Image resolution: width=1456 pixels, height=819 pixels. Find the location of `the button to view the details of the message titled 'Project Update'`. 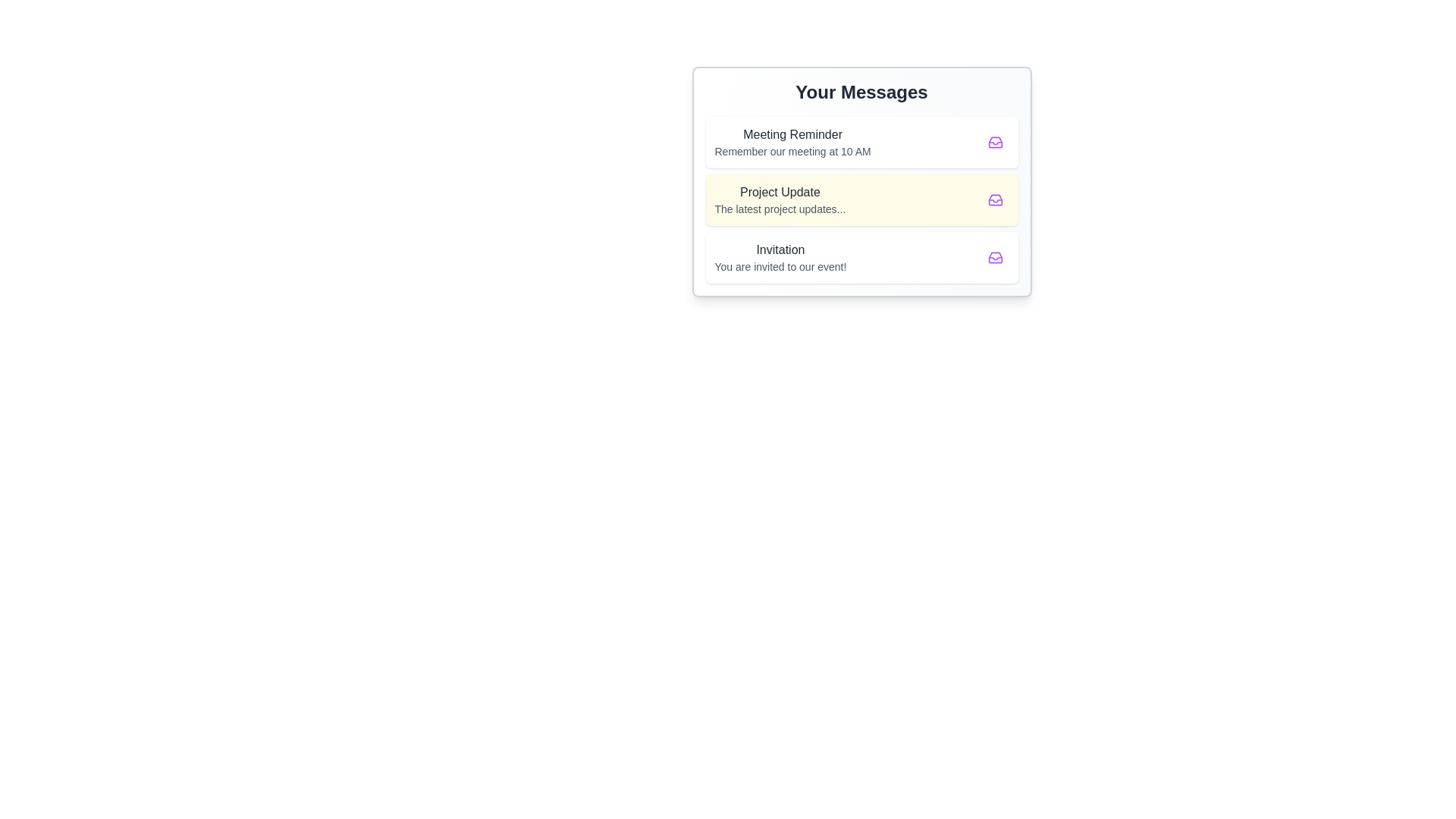

the button to view the details of the message titled 'Project Update' is located at coordinates (995, 199).